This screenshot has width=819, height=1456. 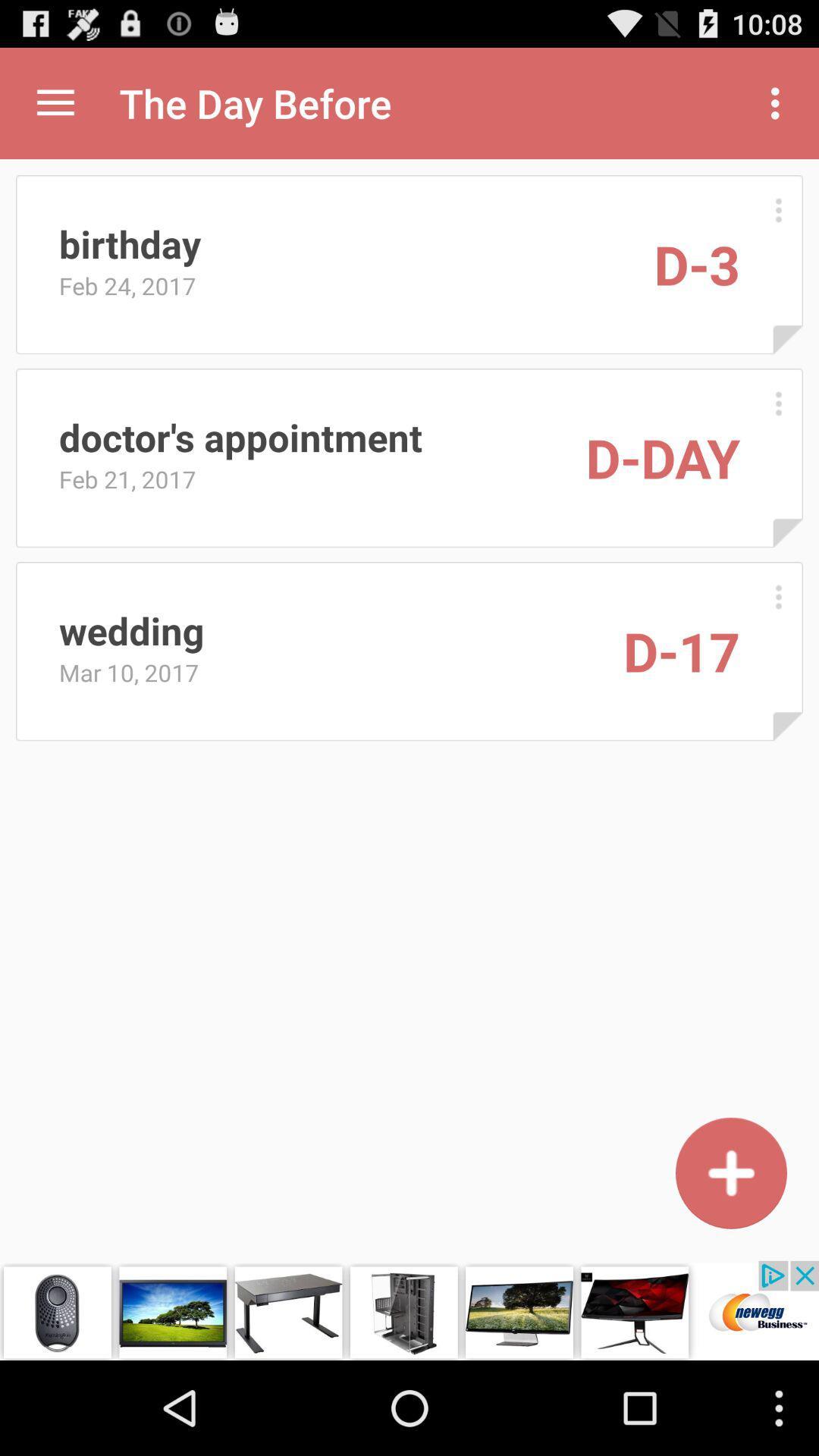 What do you see at coordinates (778, 596) in the screenshot?
I see `more options` at bounding box center [778, 596].